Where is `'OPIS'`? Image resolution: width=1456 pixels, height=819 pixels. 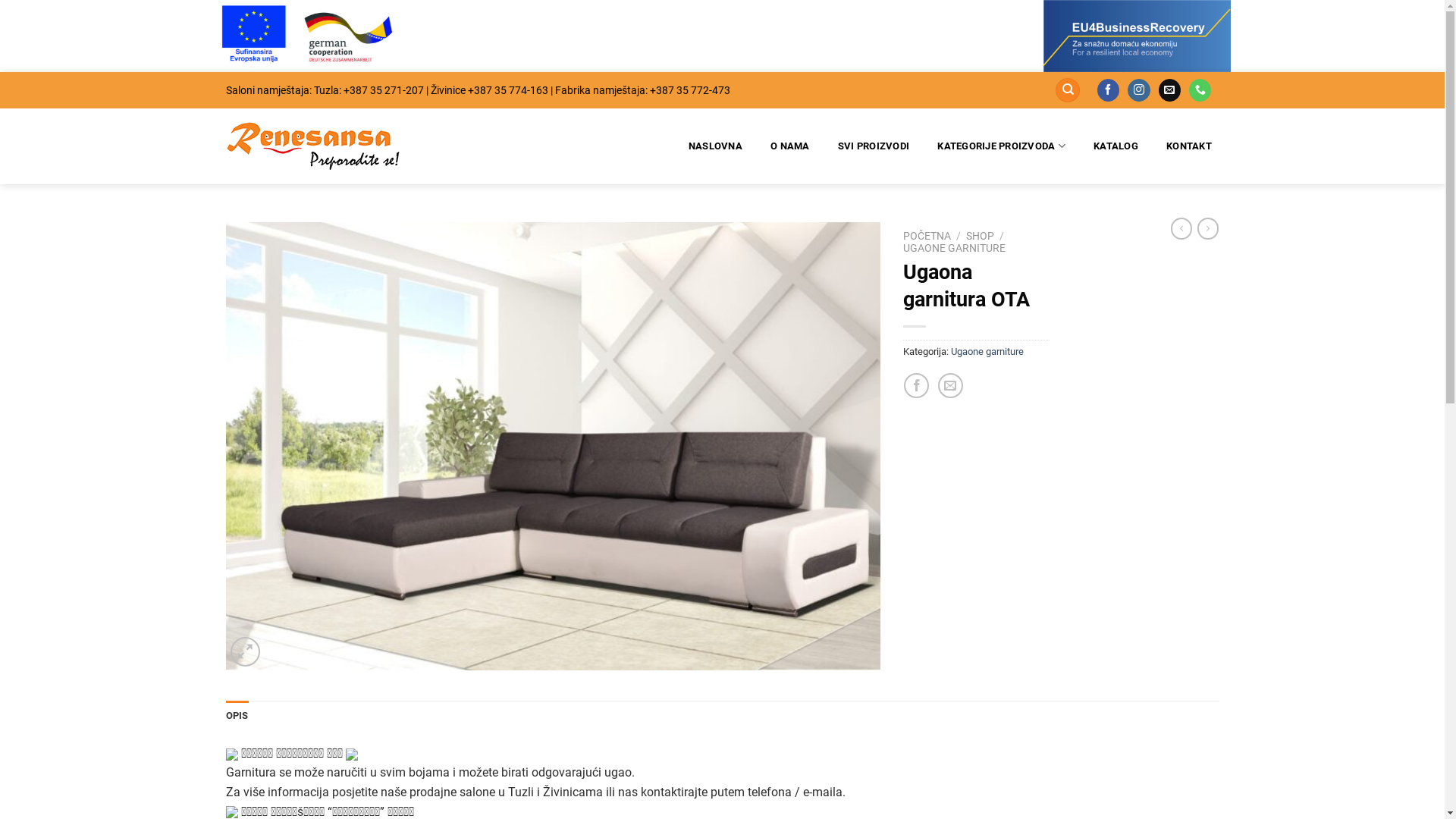 'OPIS' is located at coordinates (236, 716).